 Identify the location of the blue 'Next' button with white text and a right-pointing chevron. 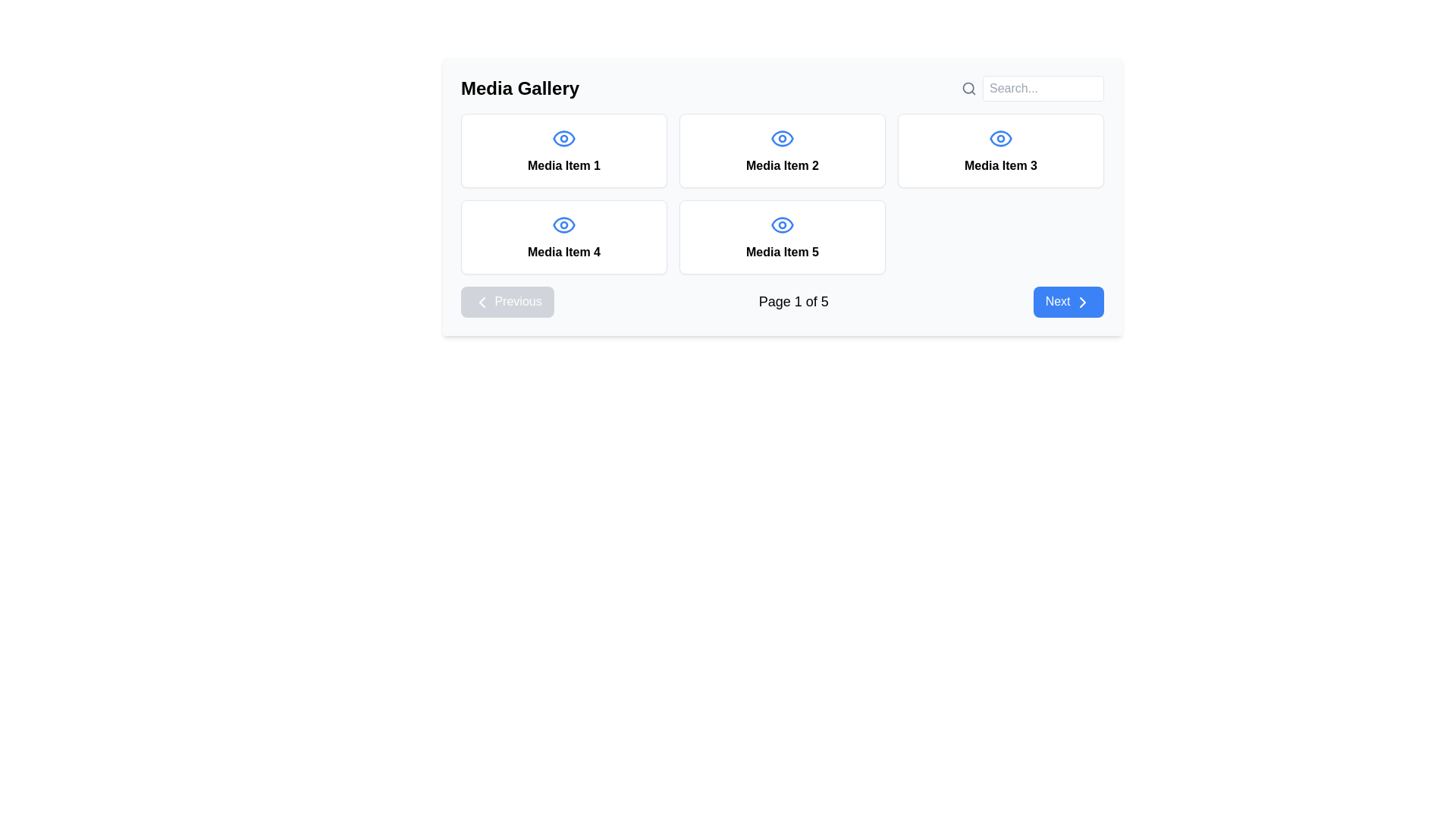
(1068, 302).